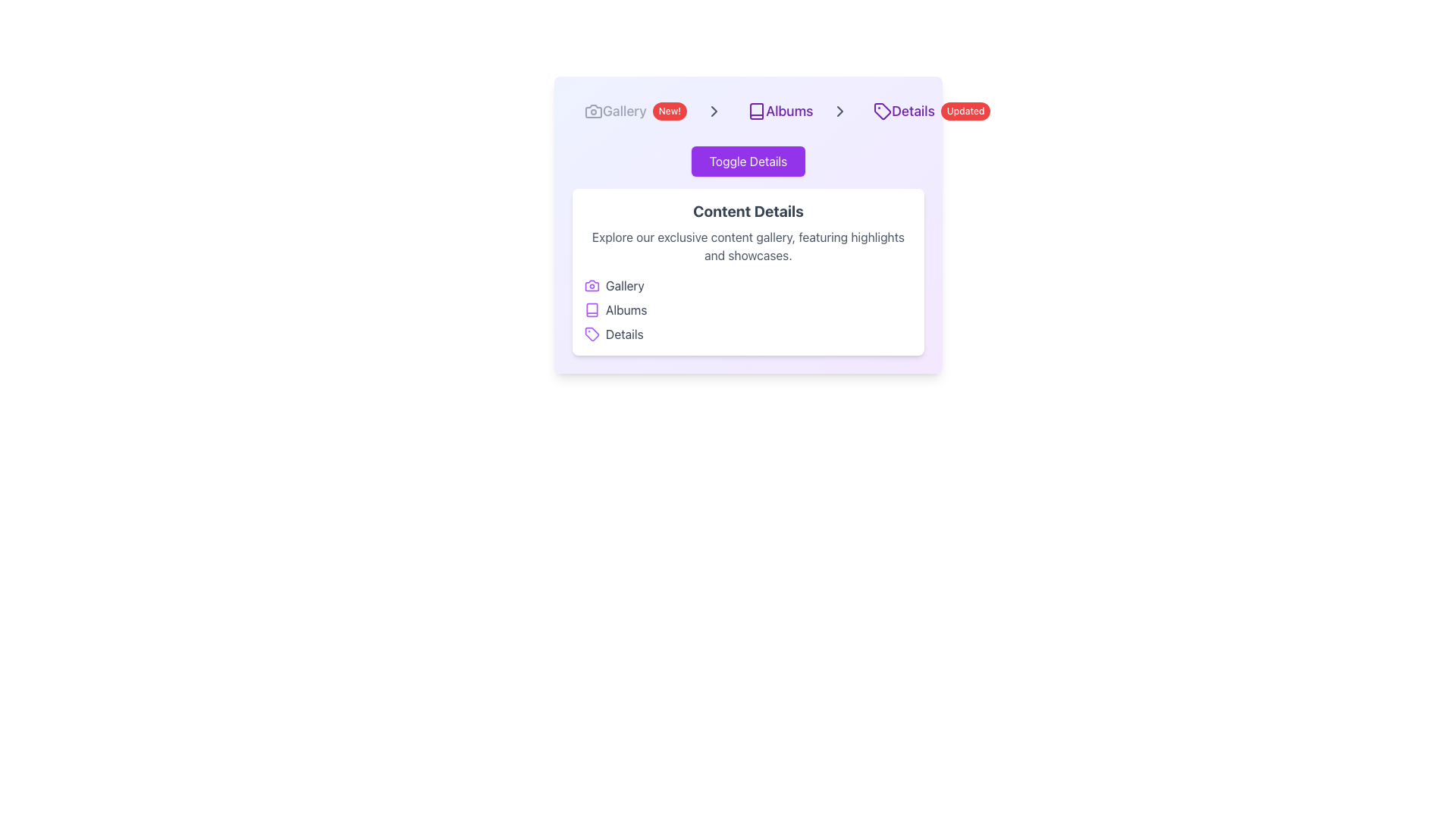 This screenshot has height=819, width=1456. I want to click on the Chevron Icon located to the right of the 'Gallery' tab, next to the 'New!' badge, so click(714, 110).